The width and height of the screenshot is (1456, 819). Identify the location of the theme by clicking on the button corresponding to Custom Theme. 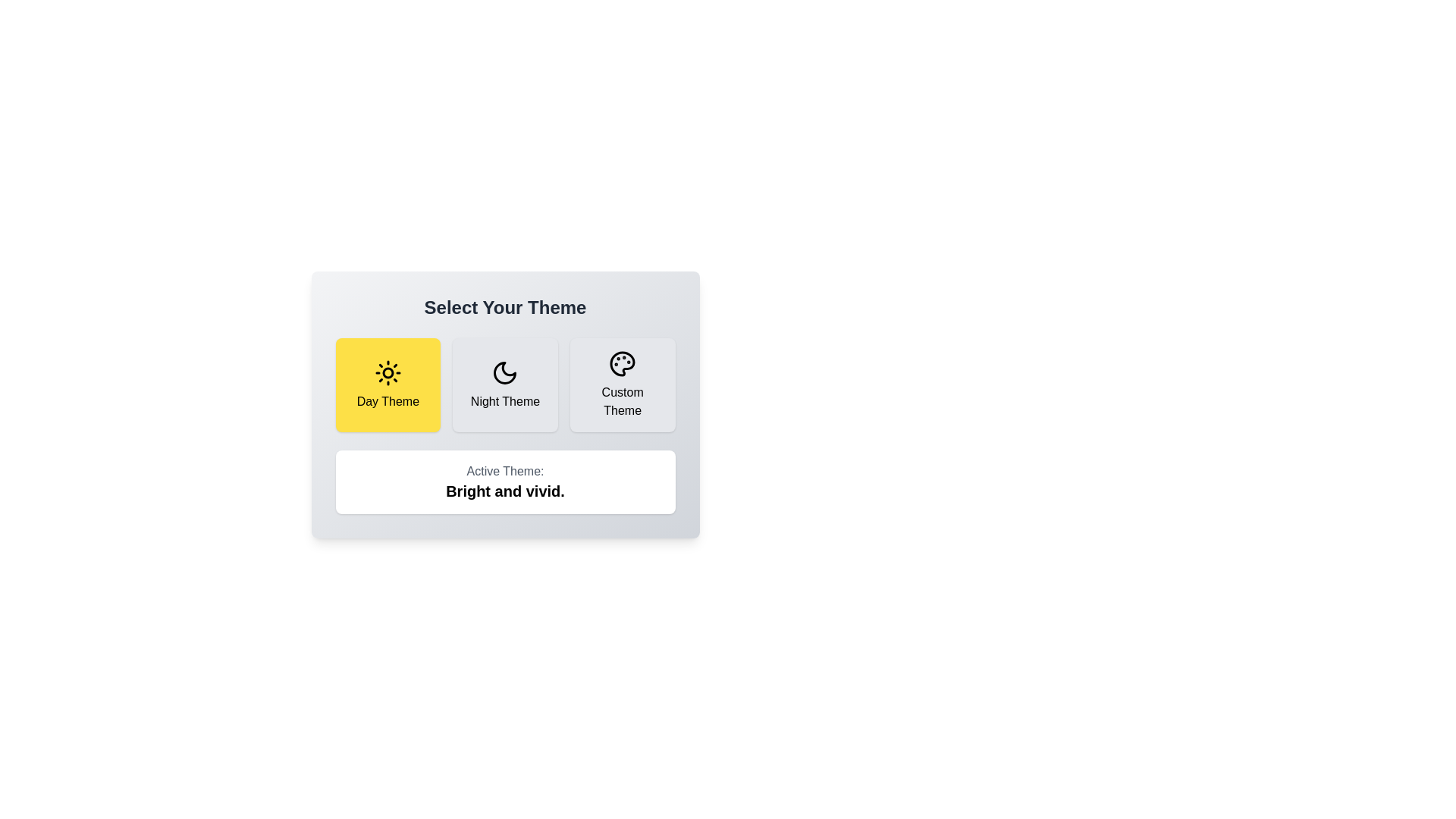
(623, 384).